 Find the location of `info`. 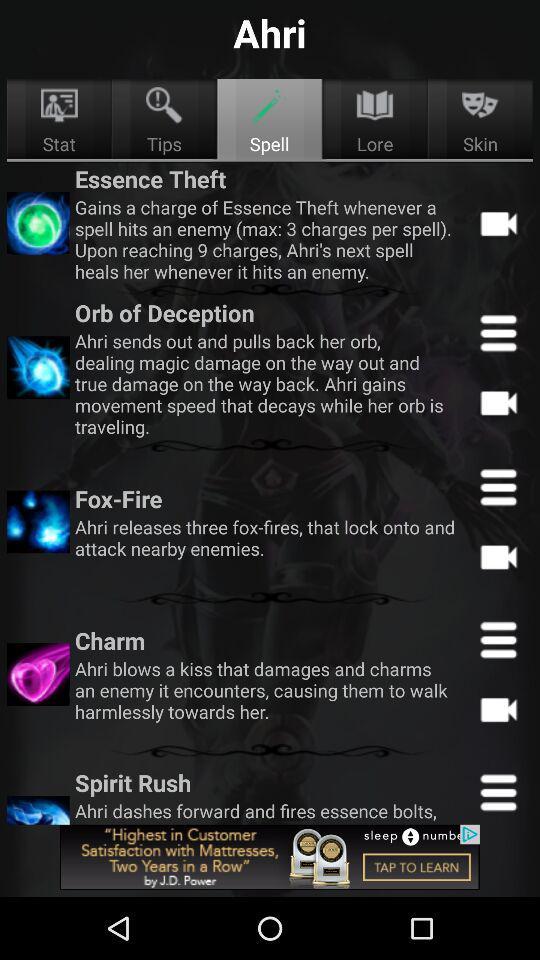

info is located at coordinates (497, 638).